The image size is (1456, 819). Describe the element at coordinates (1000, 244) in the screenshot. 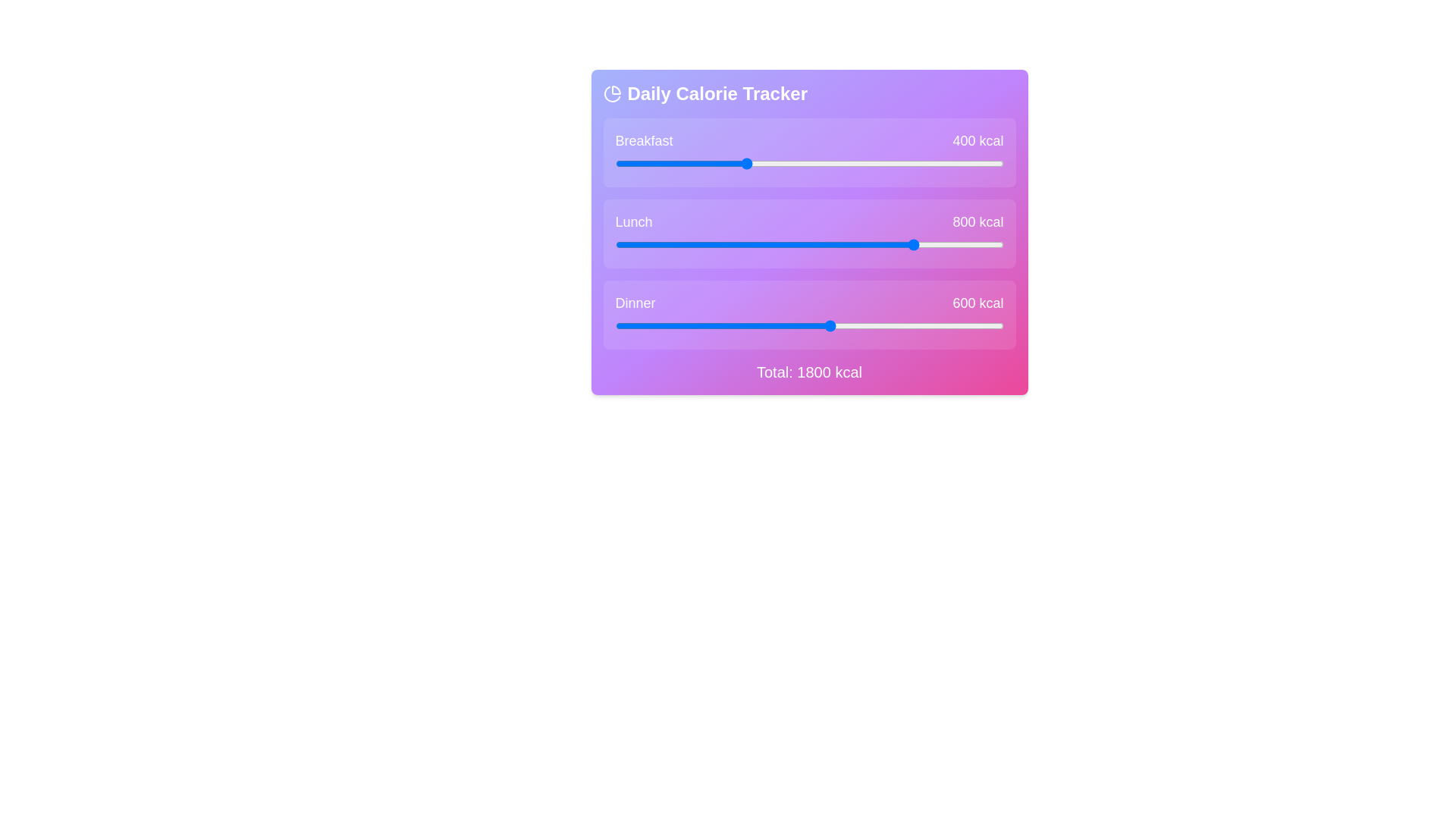

I see `the lunch calorie value` at that location.